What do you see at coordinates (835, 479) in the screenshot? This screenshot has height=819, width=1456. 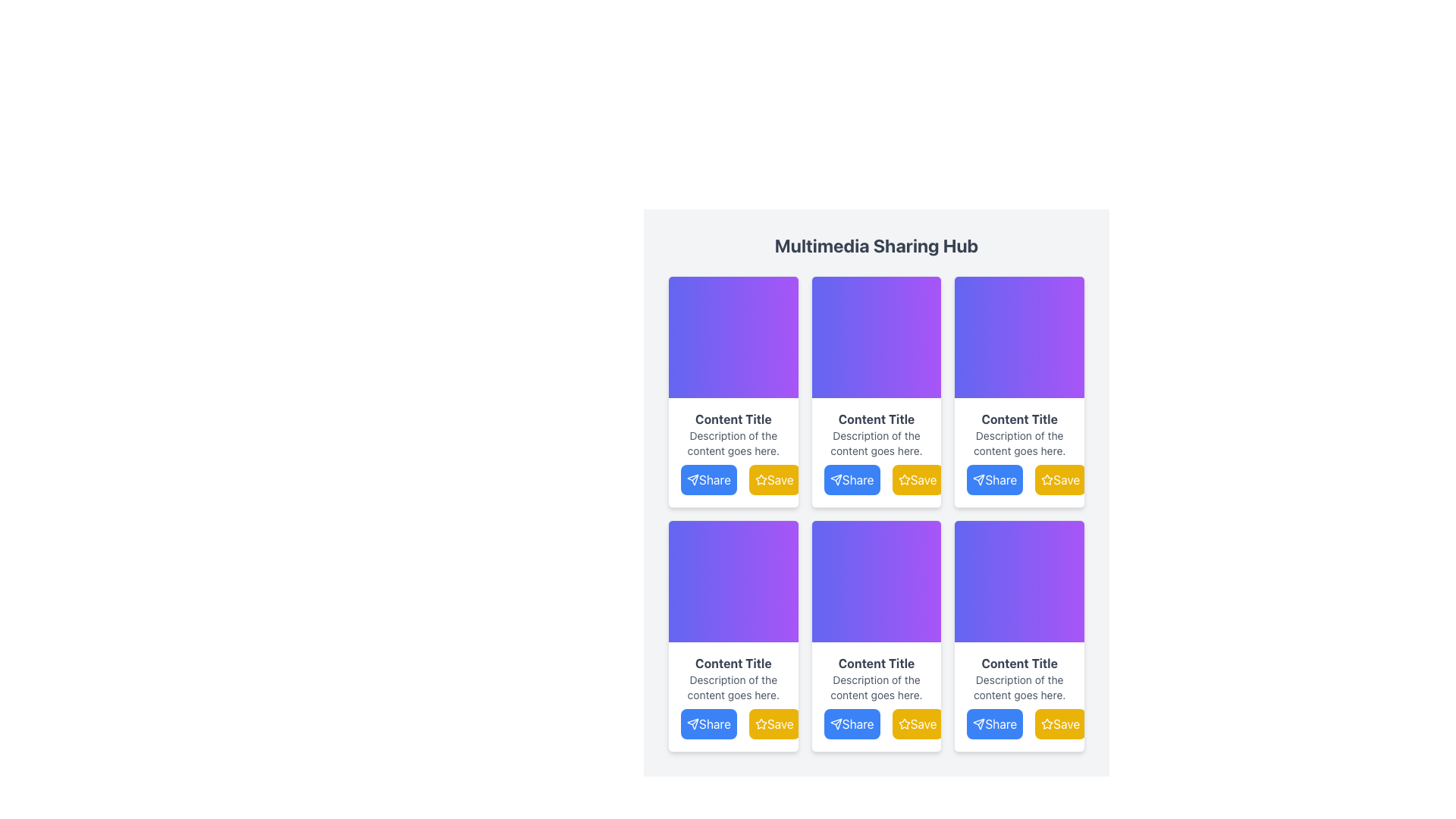 I see `the 'Share' button by navigating to the decorative icon within the button located at the bottom-left corner of the second content card in the top row of the grid layout` at bounding box center [835, 479].